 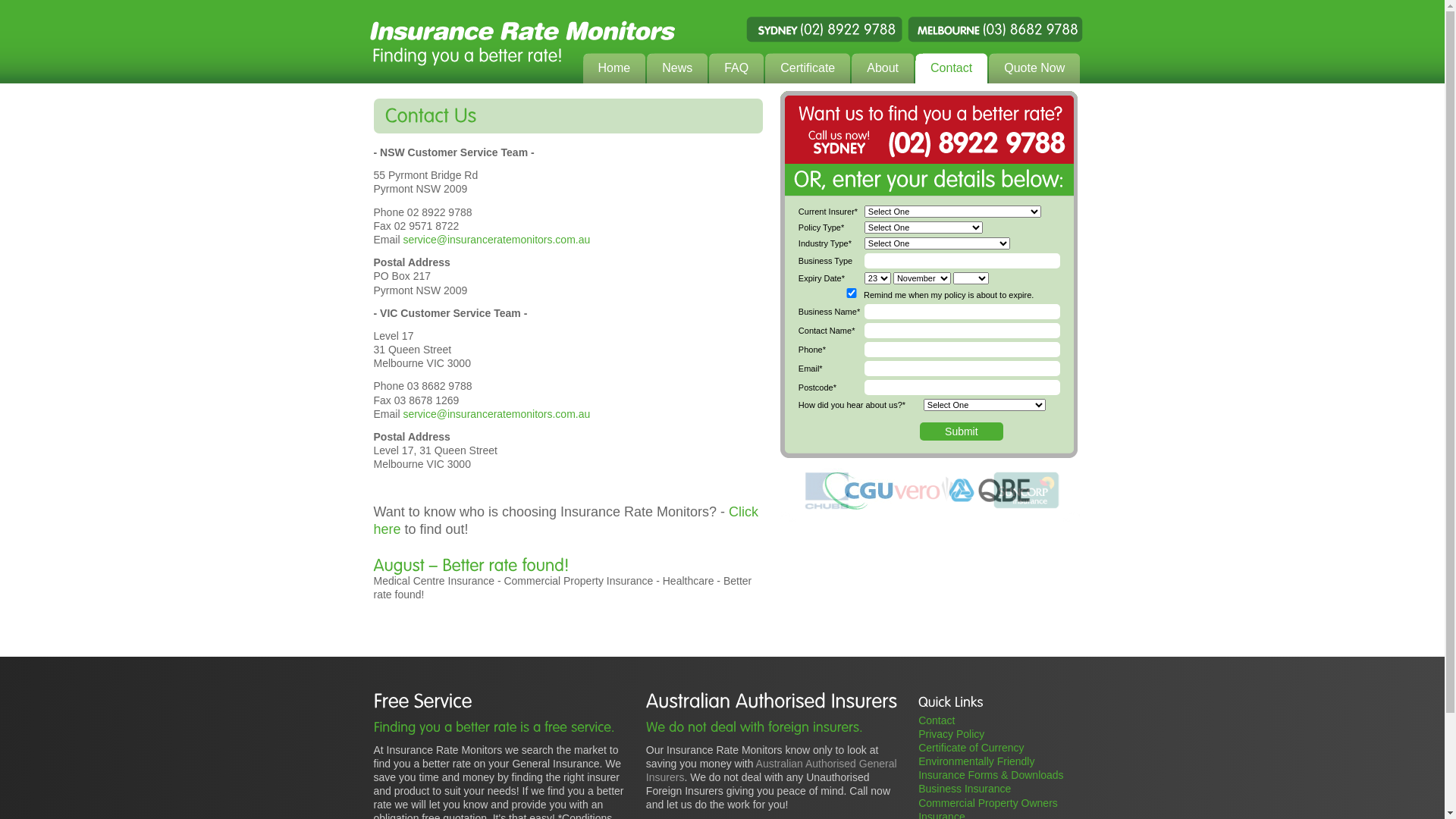 I want to click on 'Quote Now', so click(x=1033, y=69).